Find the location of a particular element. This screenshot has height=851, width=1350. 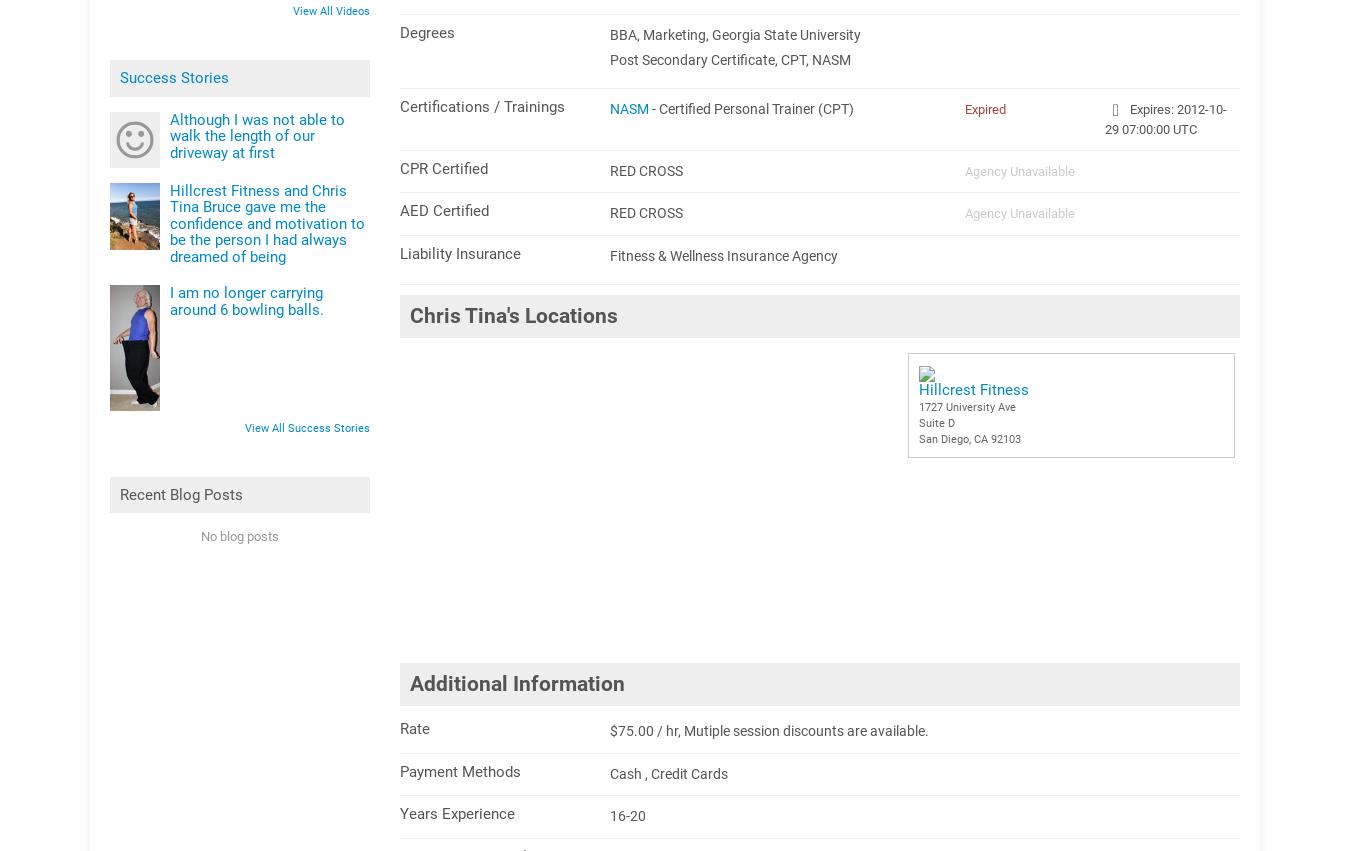

'View All Videos' is located at coordinates (291, 10).